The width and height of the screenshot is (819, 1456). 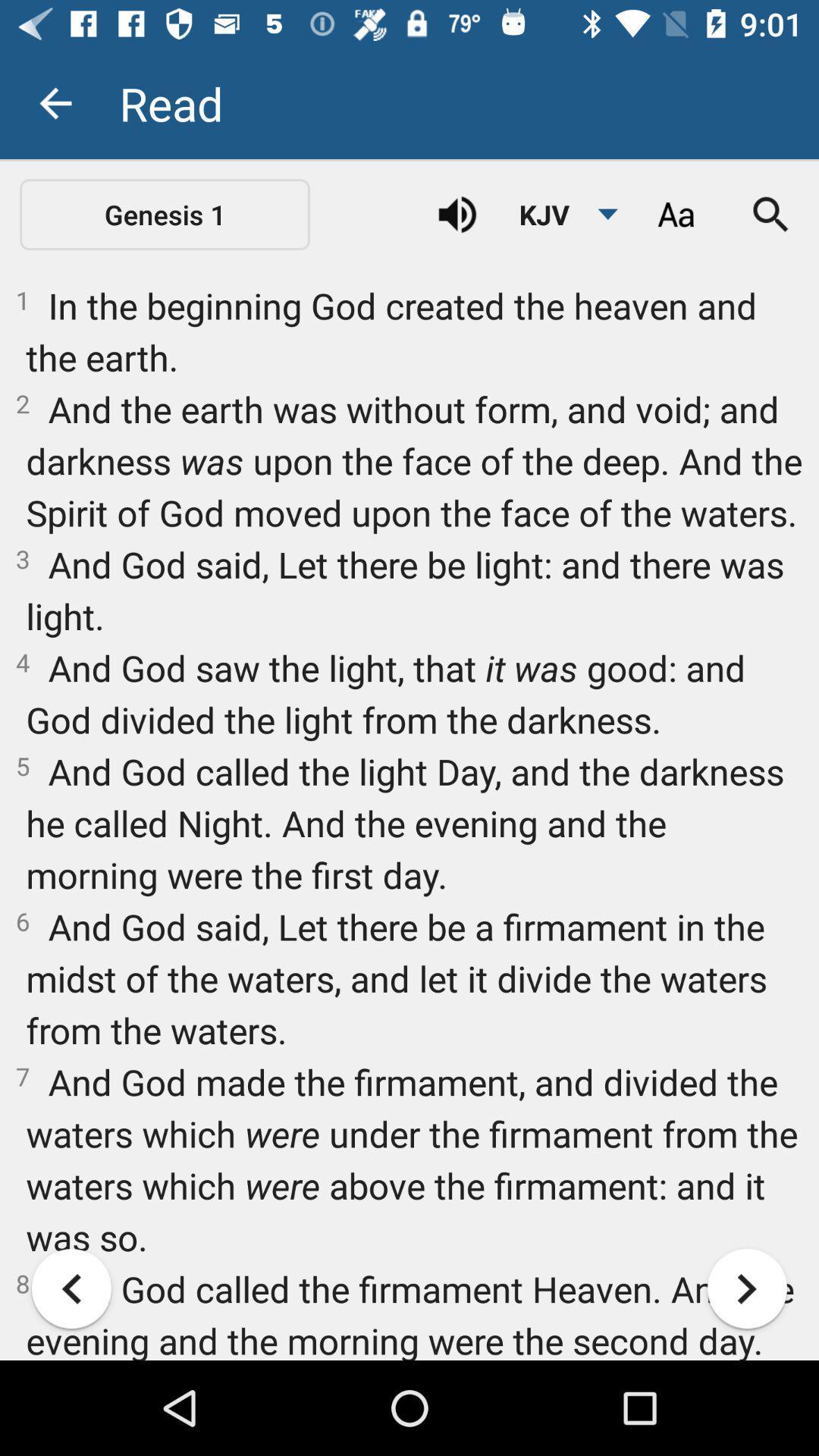 What do you see at coordinates (457, 214) in the screenshot?
I see `icon above 1 in the icon` at bounding box center [457, 214].